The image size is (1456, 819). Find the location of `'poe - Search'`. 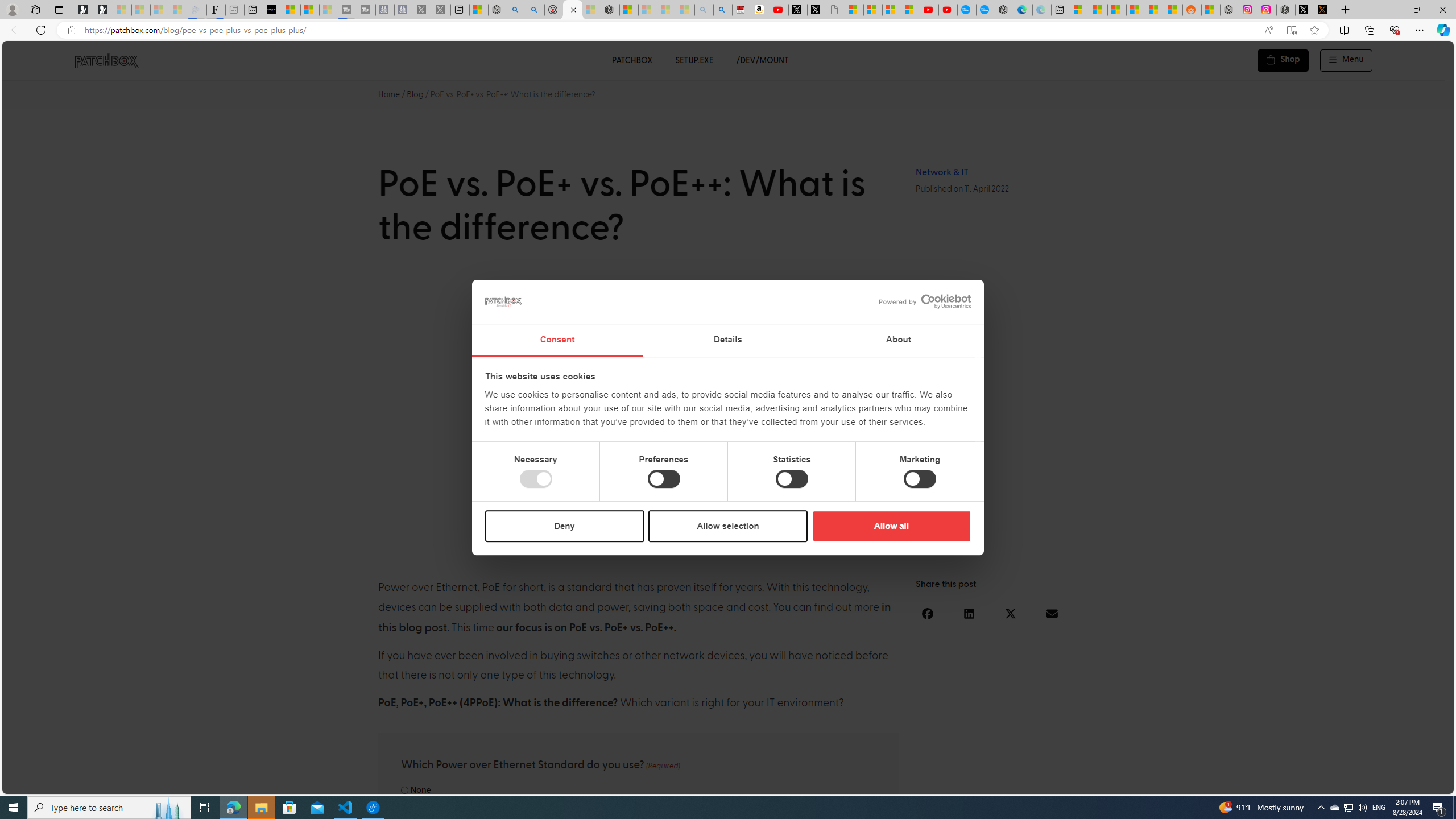

'poe - Search' is located at coordinates (515, 9).